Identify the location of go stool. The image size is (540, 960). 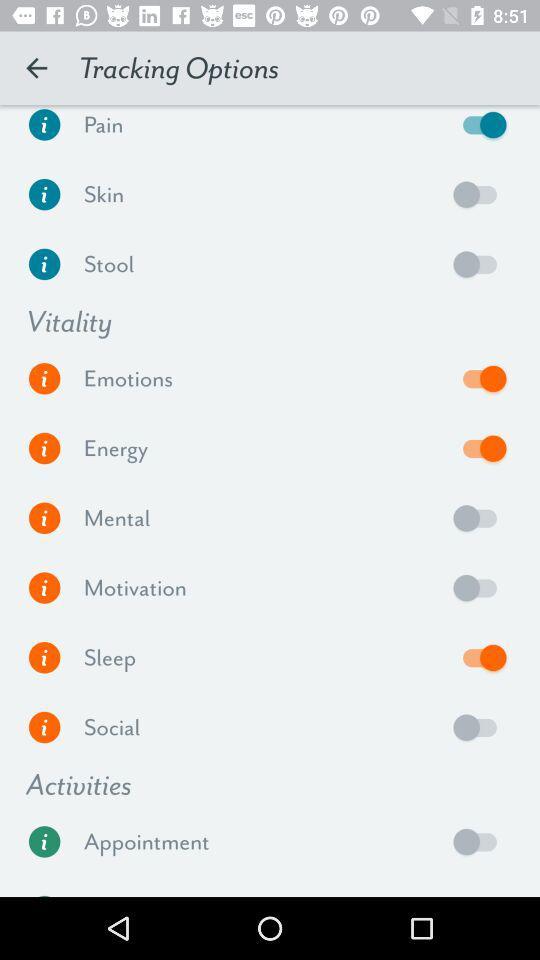
(44, 263).